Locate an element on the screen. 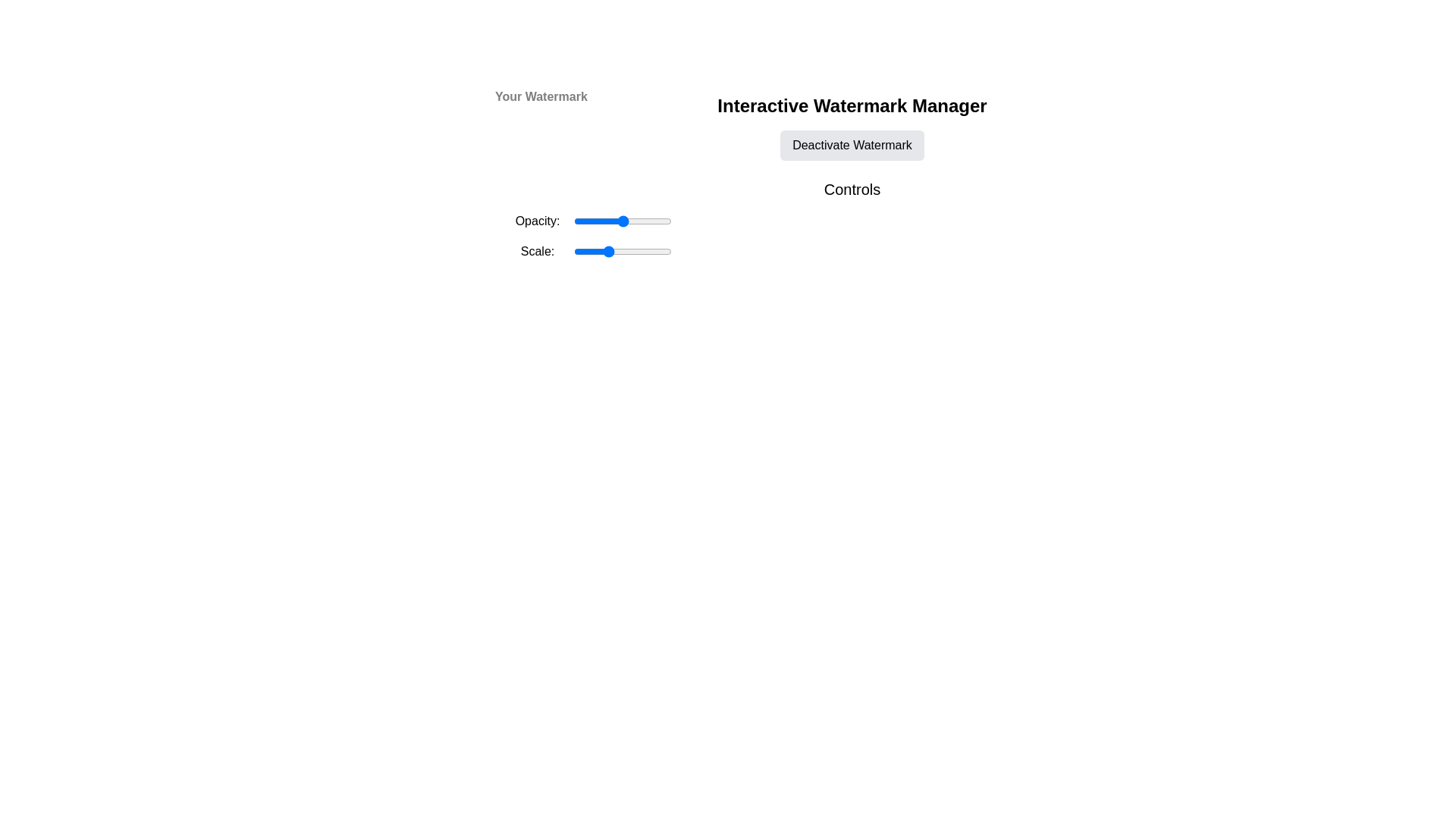 This screenshot has height=819, width=1456. the scale factor is located at coordinates (541, 245).